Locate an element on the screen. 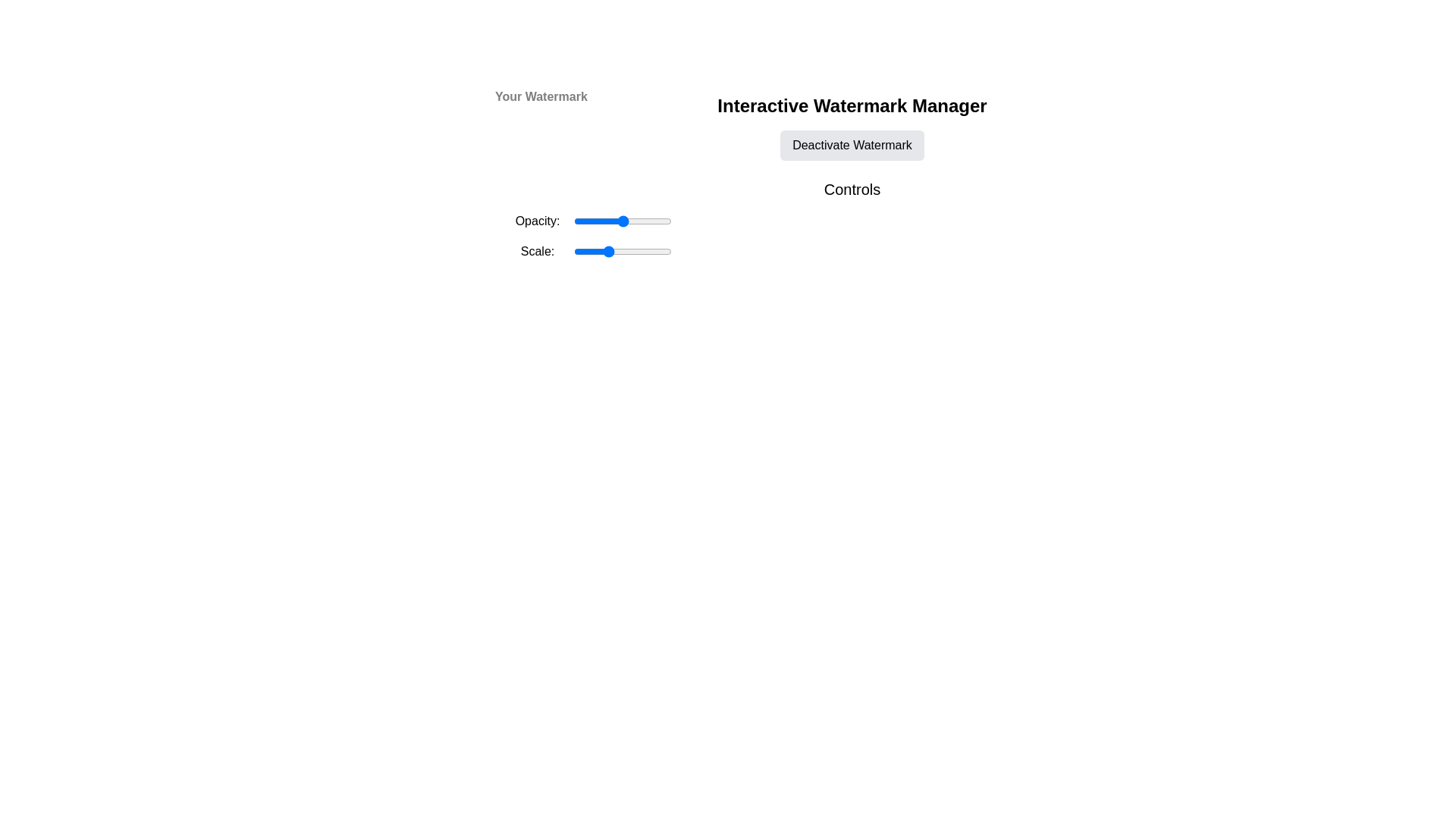 This screenshot has height=819, width=1456. the scale factor is located at coordinates (541, 245).